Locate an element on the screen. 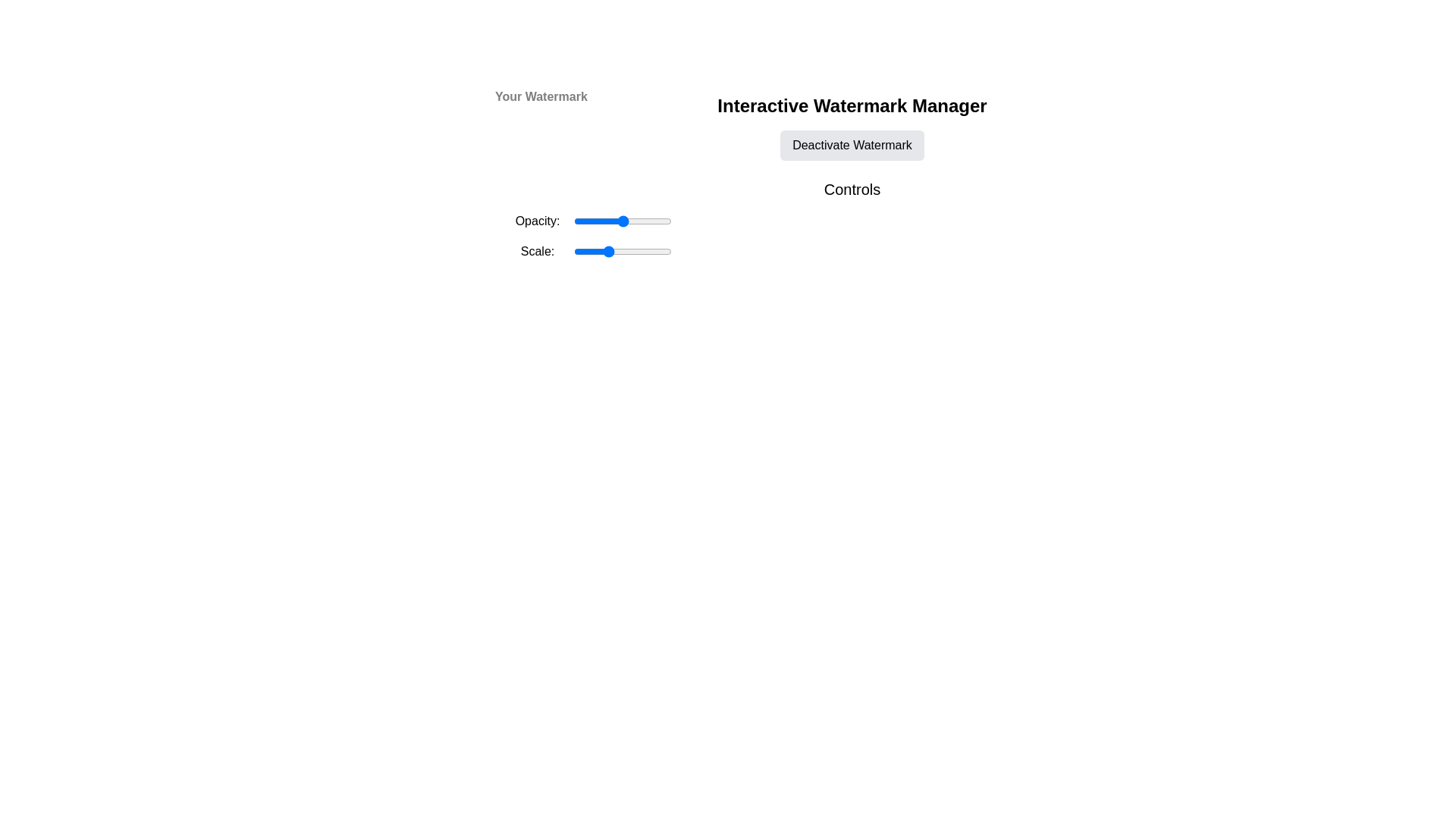 This screenshot has height=819, width=1456. the scale factor is located at coordinates (541, 245).